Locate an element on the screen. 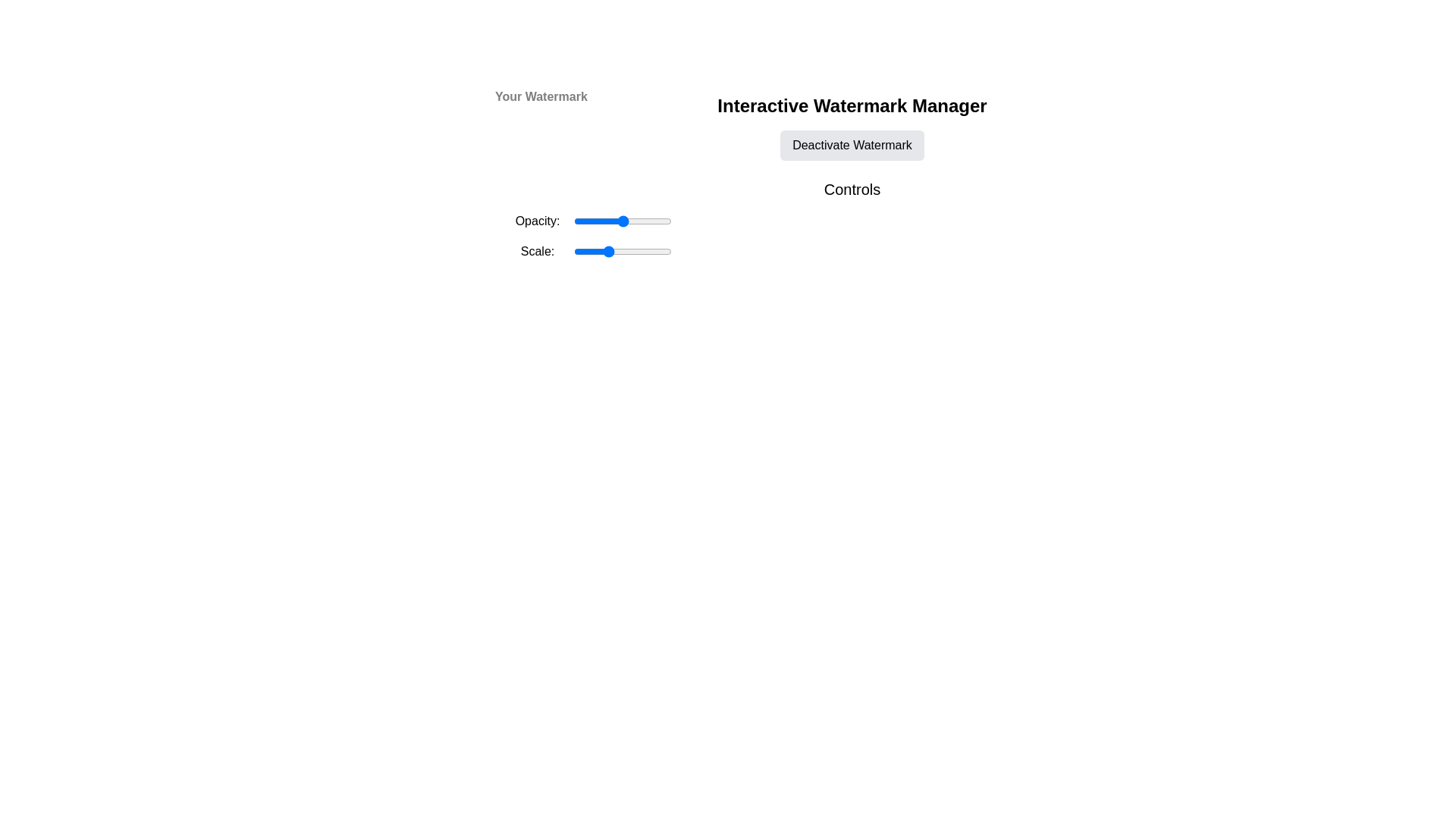 This screenshot has height=819, width=1456. the scale factor is located at coordinates (541, 245).